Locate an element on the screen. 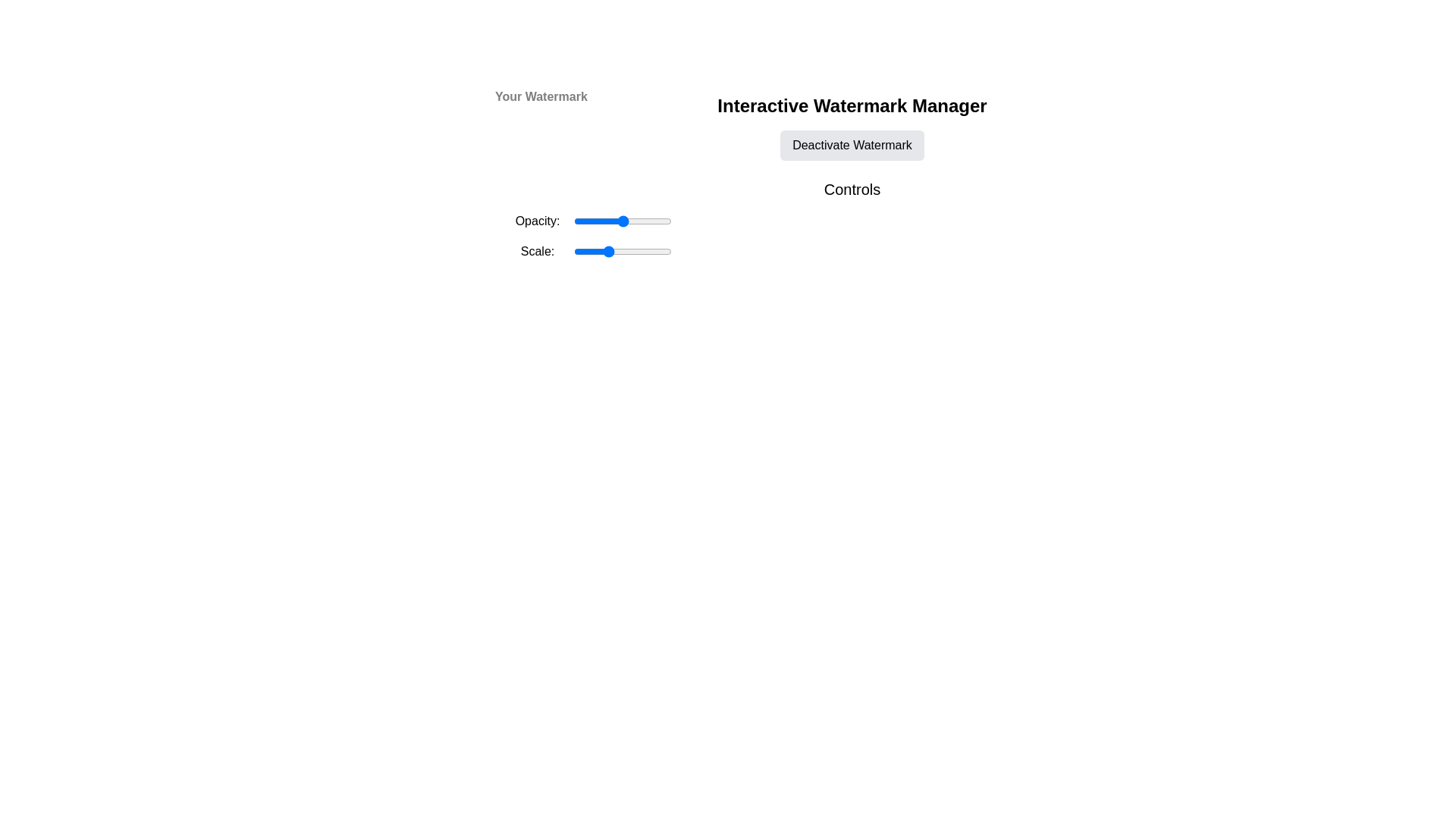 This screenshot has height=819, width=1456. the scale factor is located at coordinates (541, 245).